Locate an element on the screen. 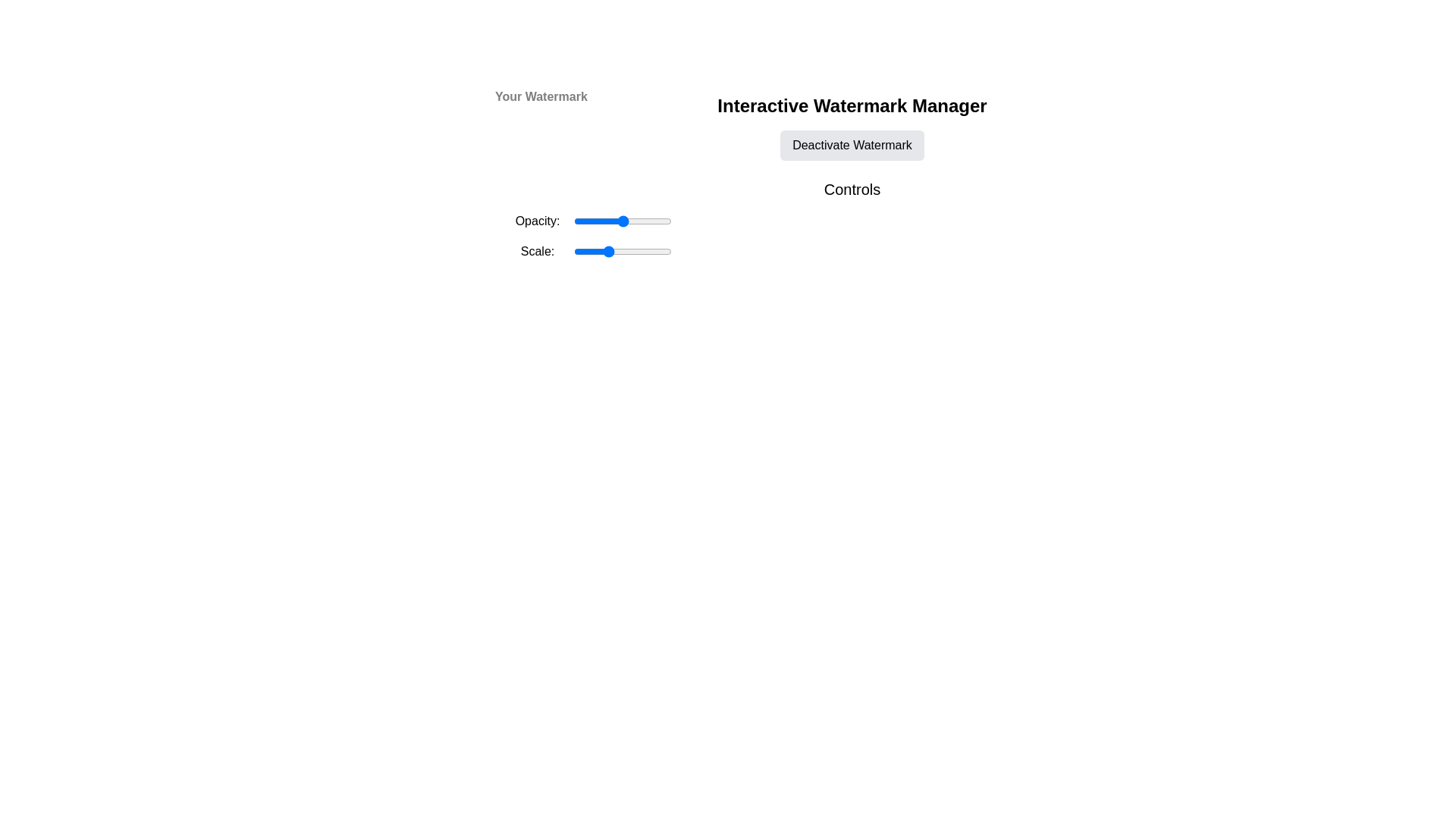 This screenshot has height=819, width=1456. the scale factor is located at coordinates (541, 245).